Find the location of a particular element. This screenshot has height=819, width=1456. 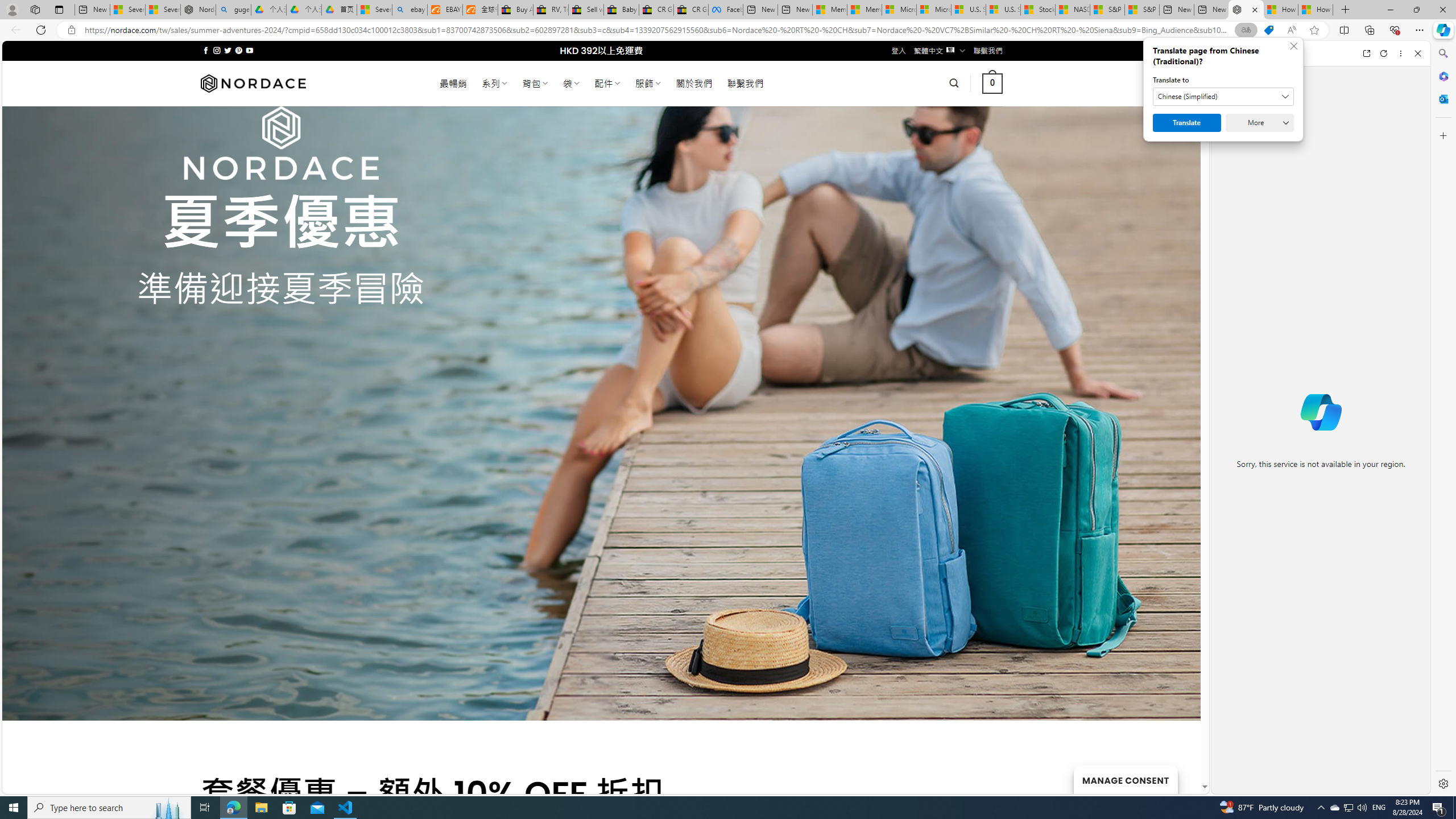

'  0  ' is located at coordinates (992, 82).